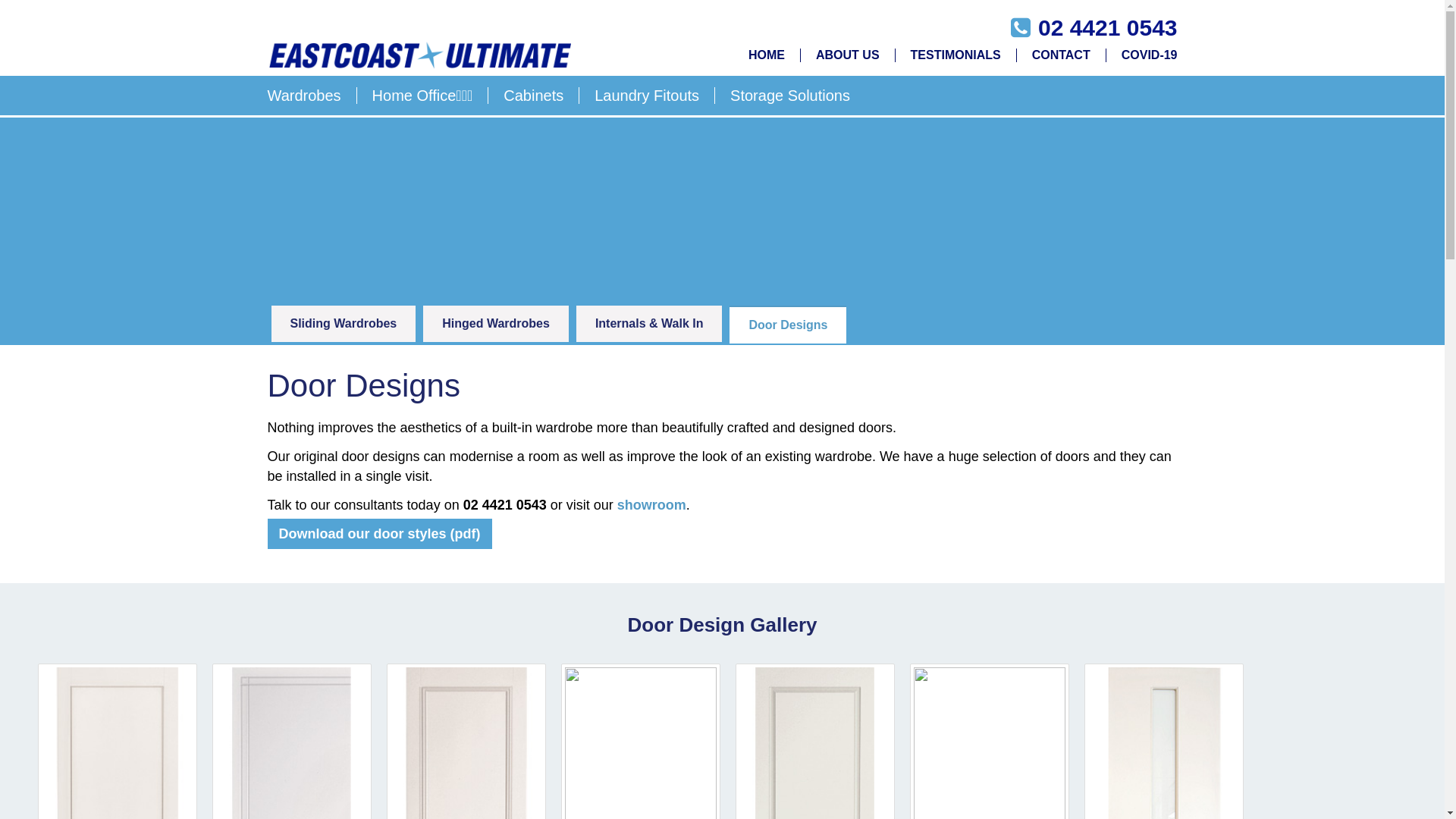 The height and width of the screenshot is (819, 1456). Describe the element at coordinates (1061, 55) in the screenshot. I see `'CONTACT'` at that location.